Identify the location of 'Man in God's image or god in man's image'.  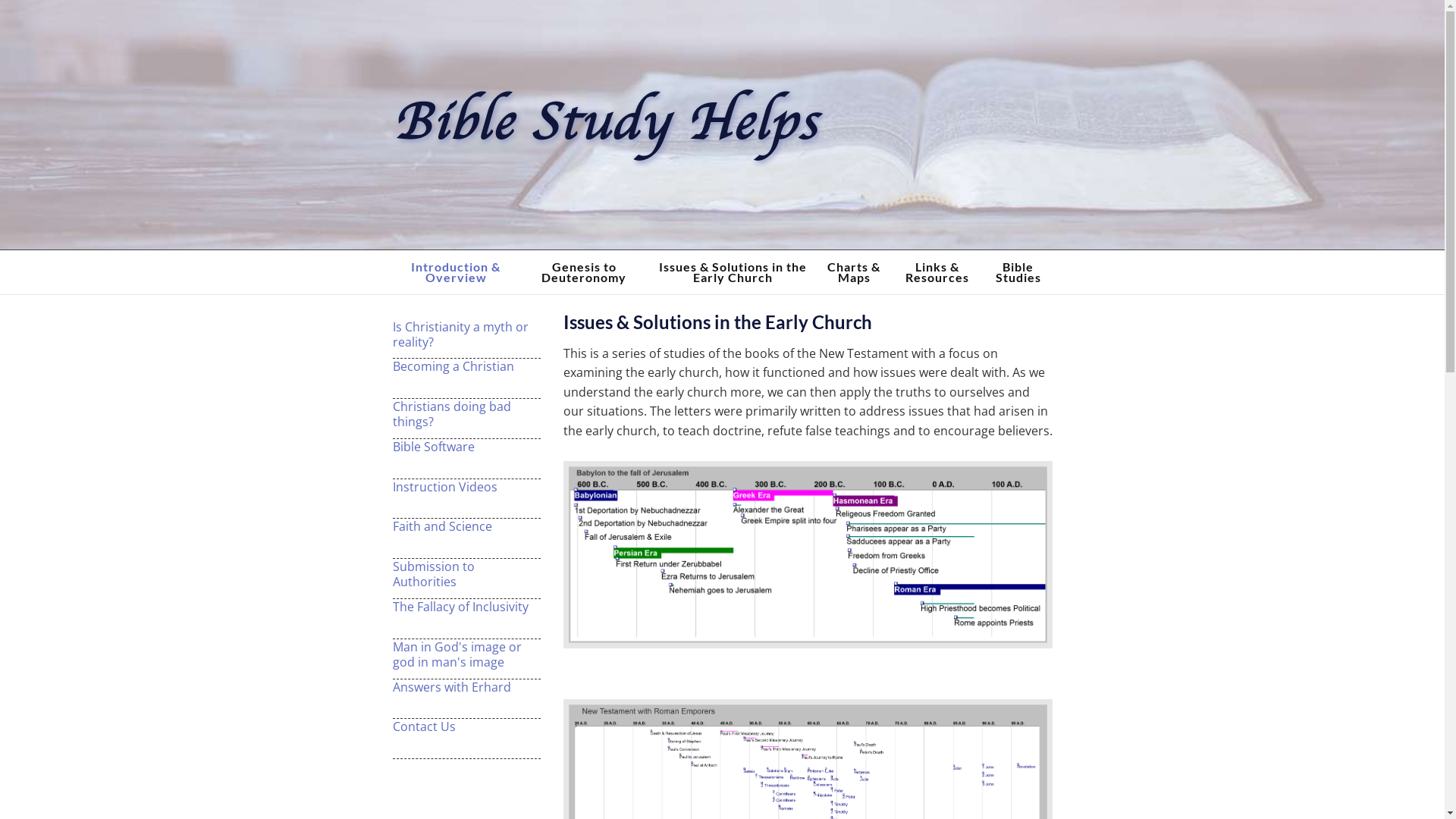
(466, 654).